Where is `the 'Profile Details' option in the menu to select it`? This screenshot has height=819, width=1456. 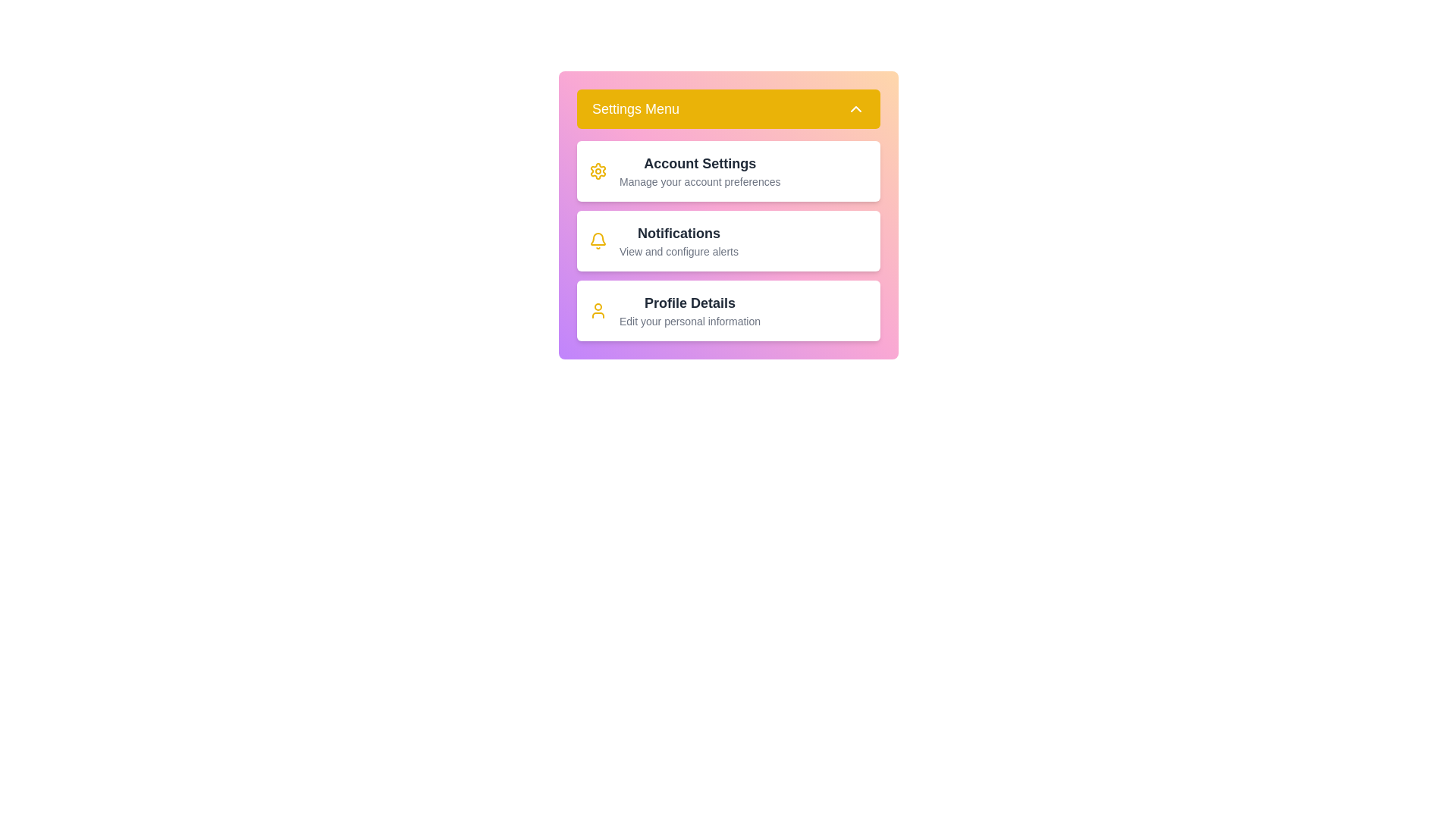 the 'Profile Details' option in the menu to select it is located at coordinates (689, 309).